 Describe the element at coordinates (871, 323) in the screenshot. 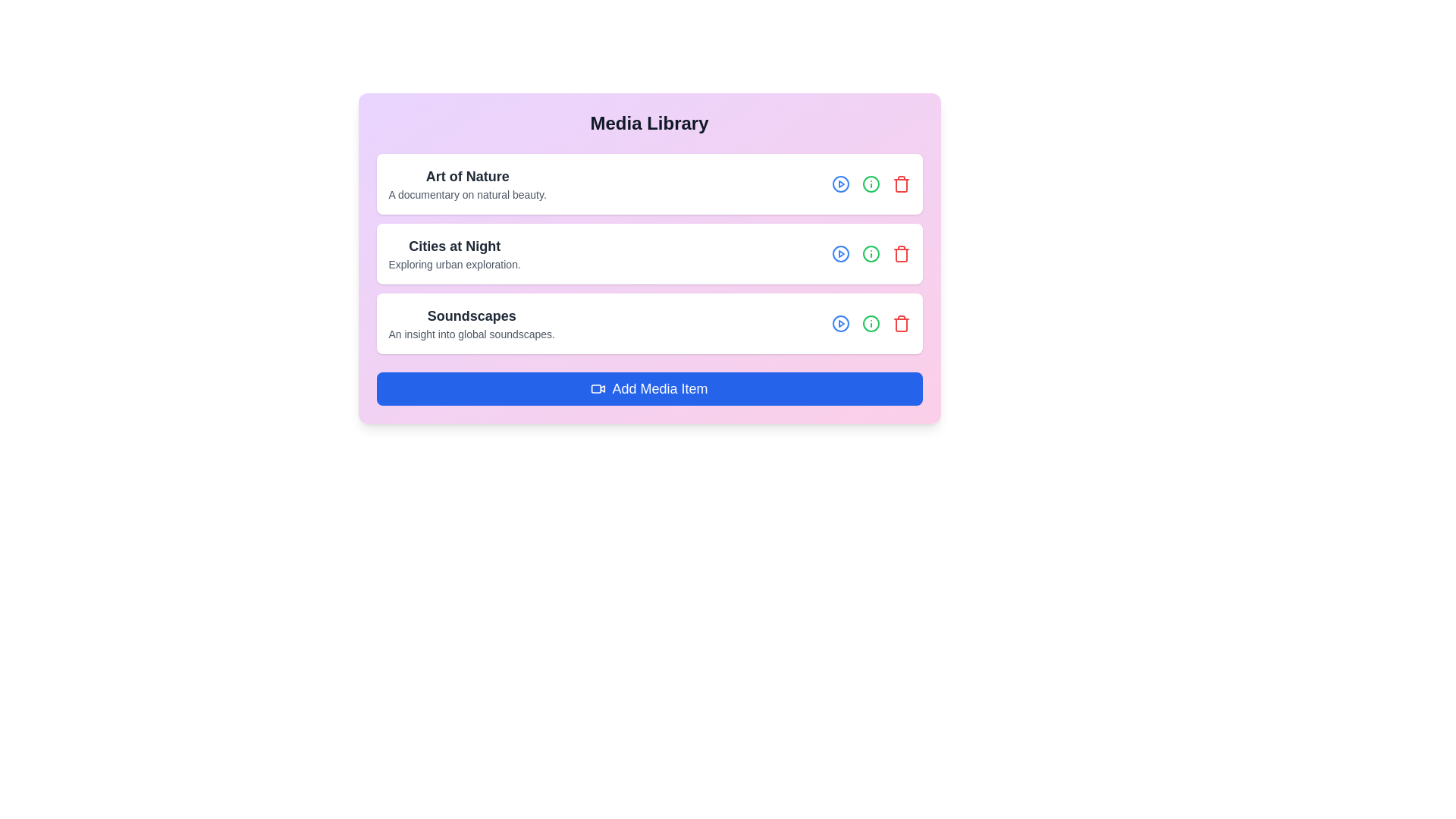

I see `information icon for the media item titled Soundscapes` at that location.